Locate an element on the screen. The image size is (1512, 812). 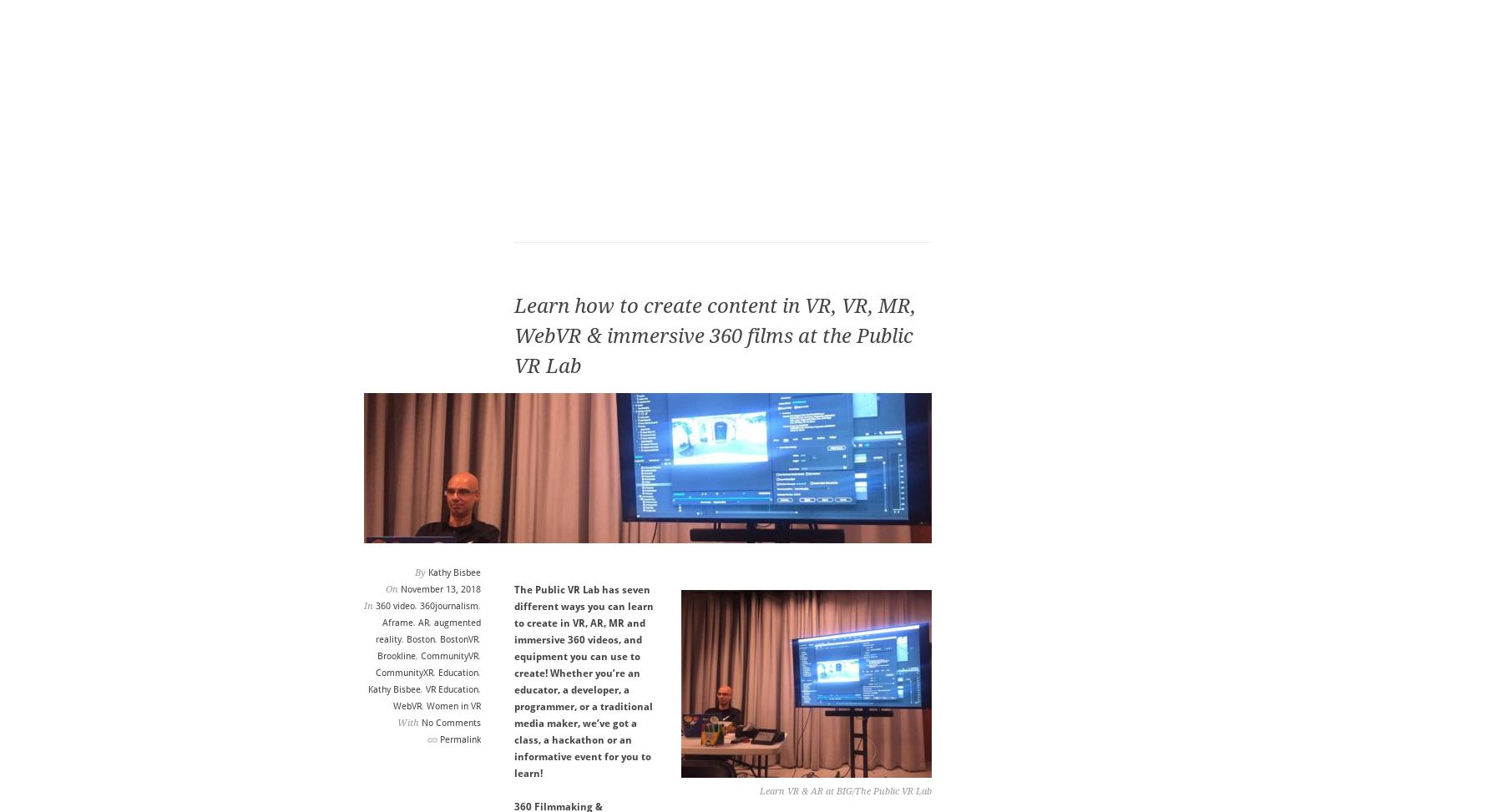
'360journalism' is located at coordinates (419, 606).